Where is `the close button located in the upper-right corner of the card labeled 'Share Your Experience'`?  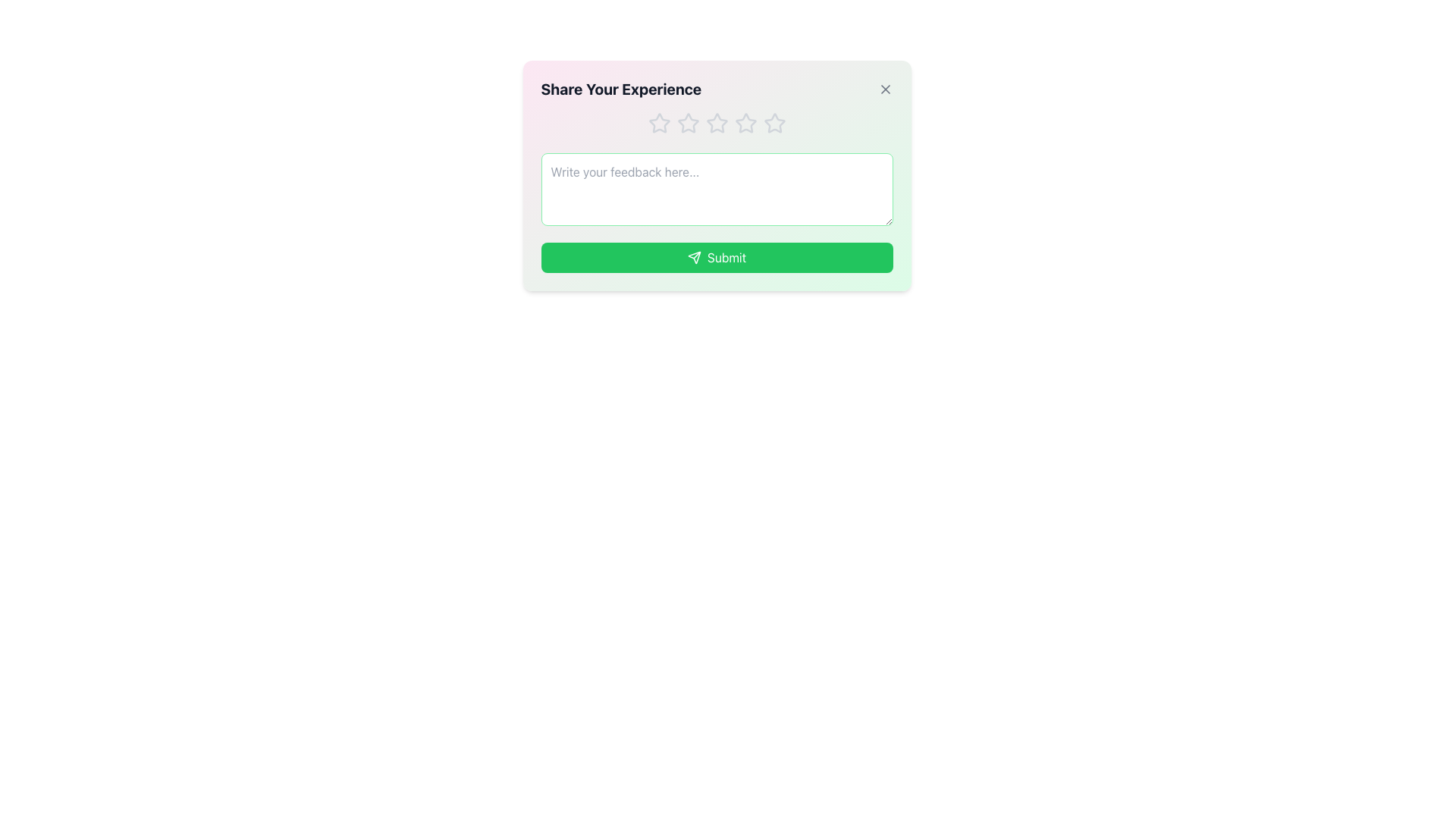
the close button located in the upper-right corner of the card labeled 'Share Your Experience' is located at coordinates (885, 89).